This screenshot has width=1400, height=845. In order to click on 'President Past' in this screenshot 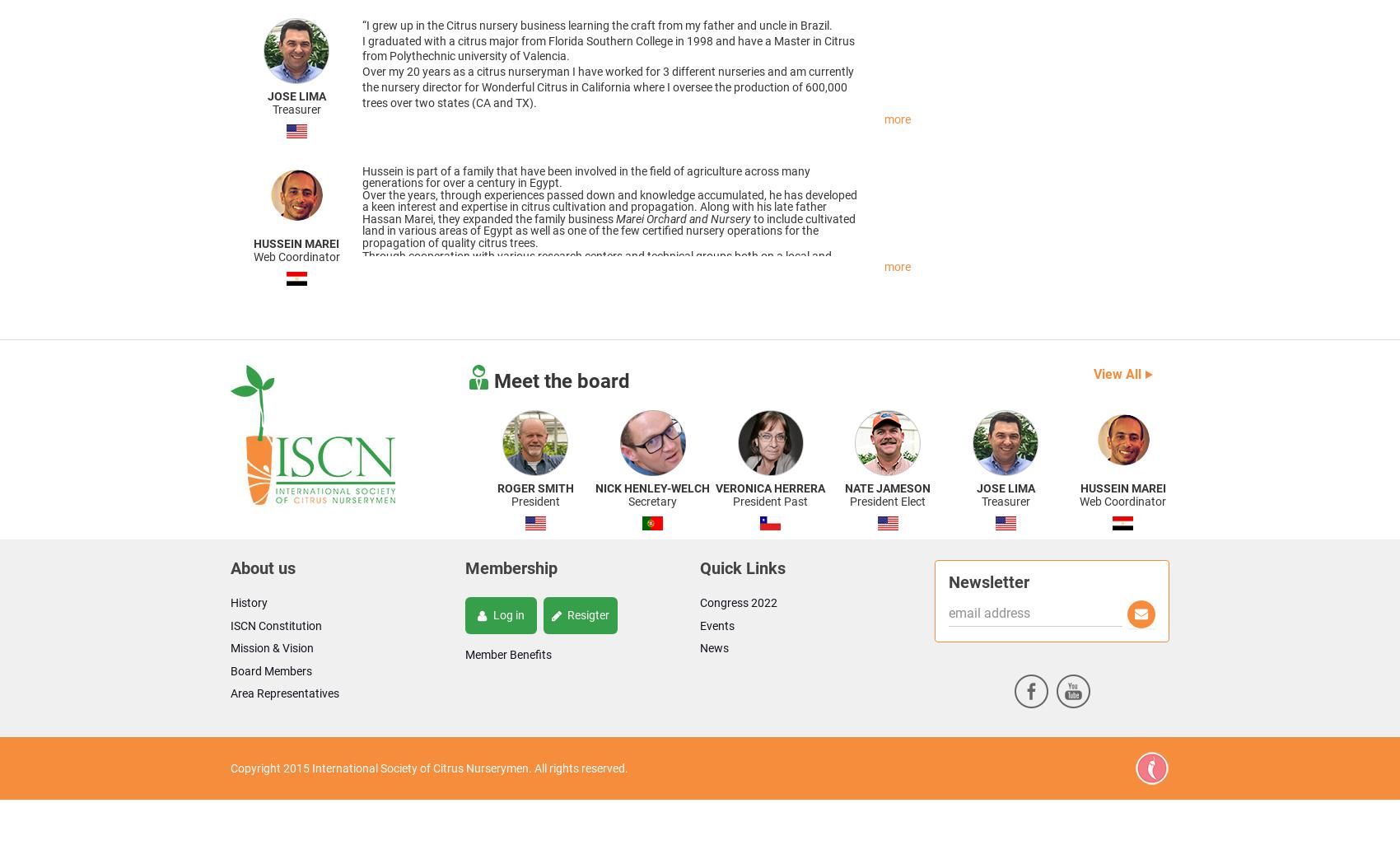, I will do `click(770, 501)`.